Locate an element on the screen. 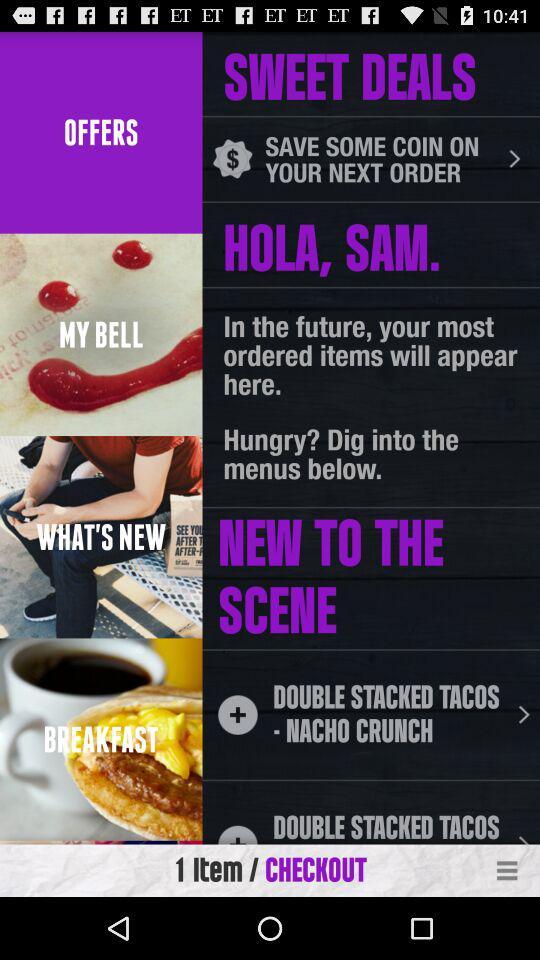 This screenshot has width=540, height=960. the plus icon which is next to double stacked tacos nacho crunch is located at coordinates (237, 715).